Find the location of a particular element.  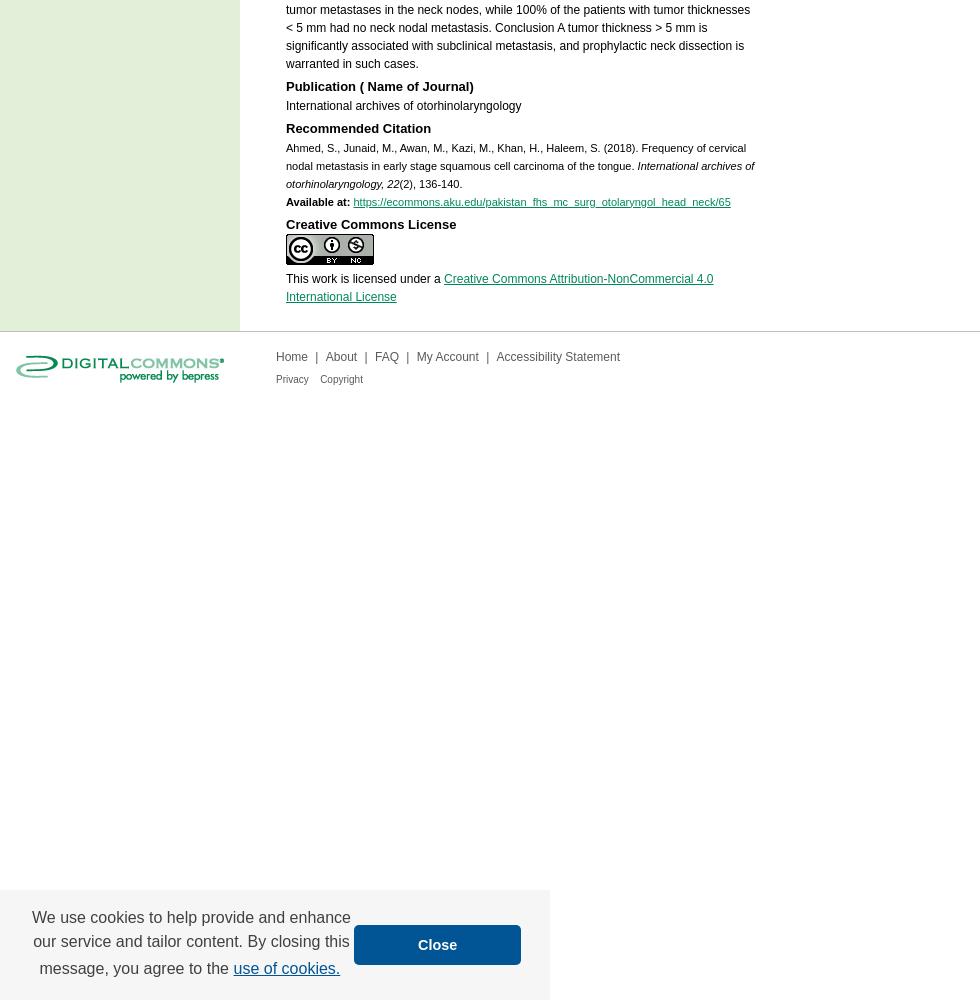

'use of cookies.' is located at coordinates (286, 966).